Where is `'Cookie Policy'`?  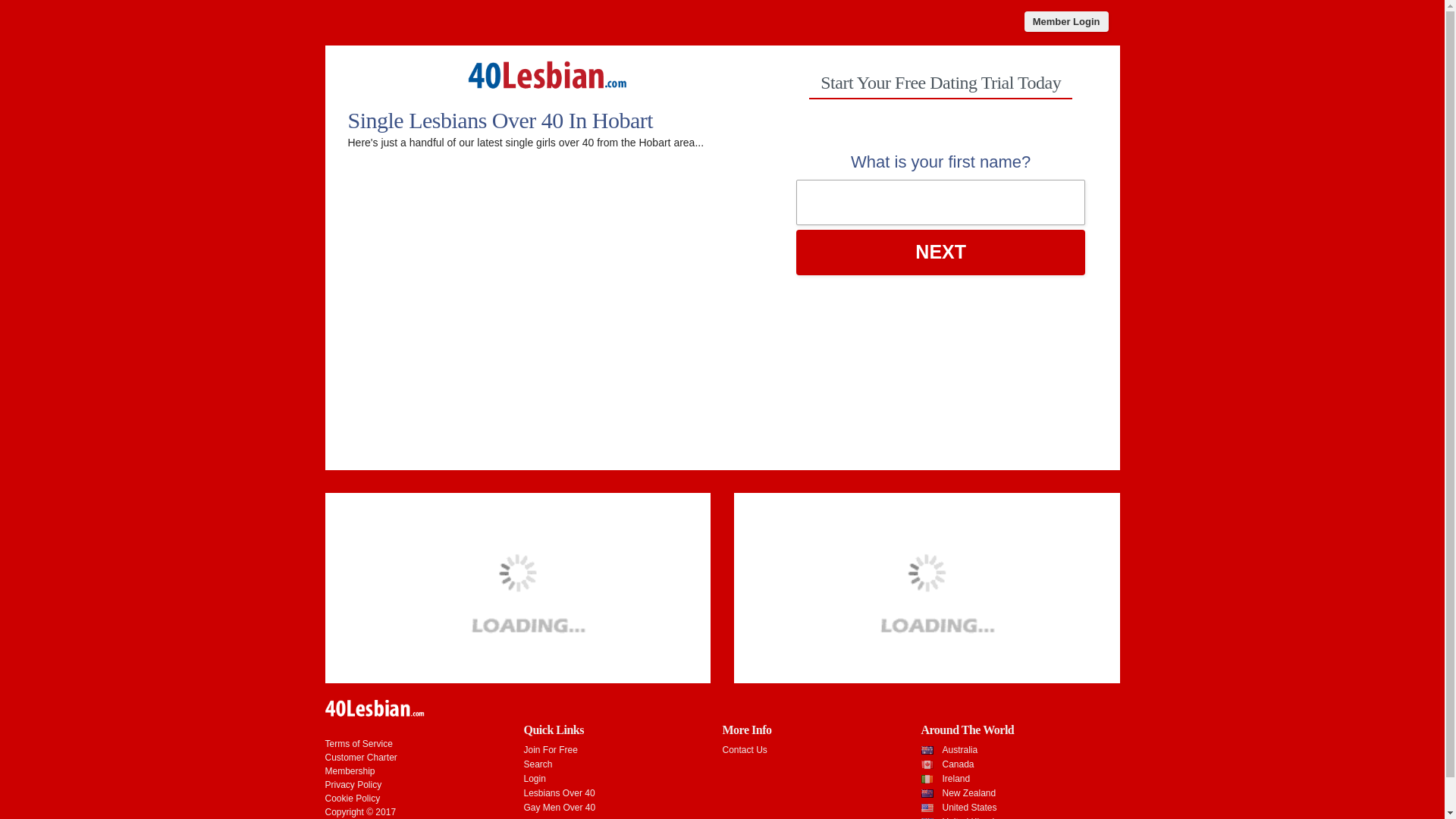 'Cookie Policy' is located at coordinates (351, 798).